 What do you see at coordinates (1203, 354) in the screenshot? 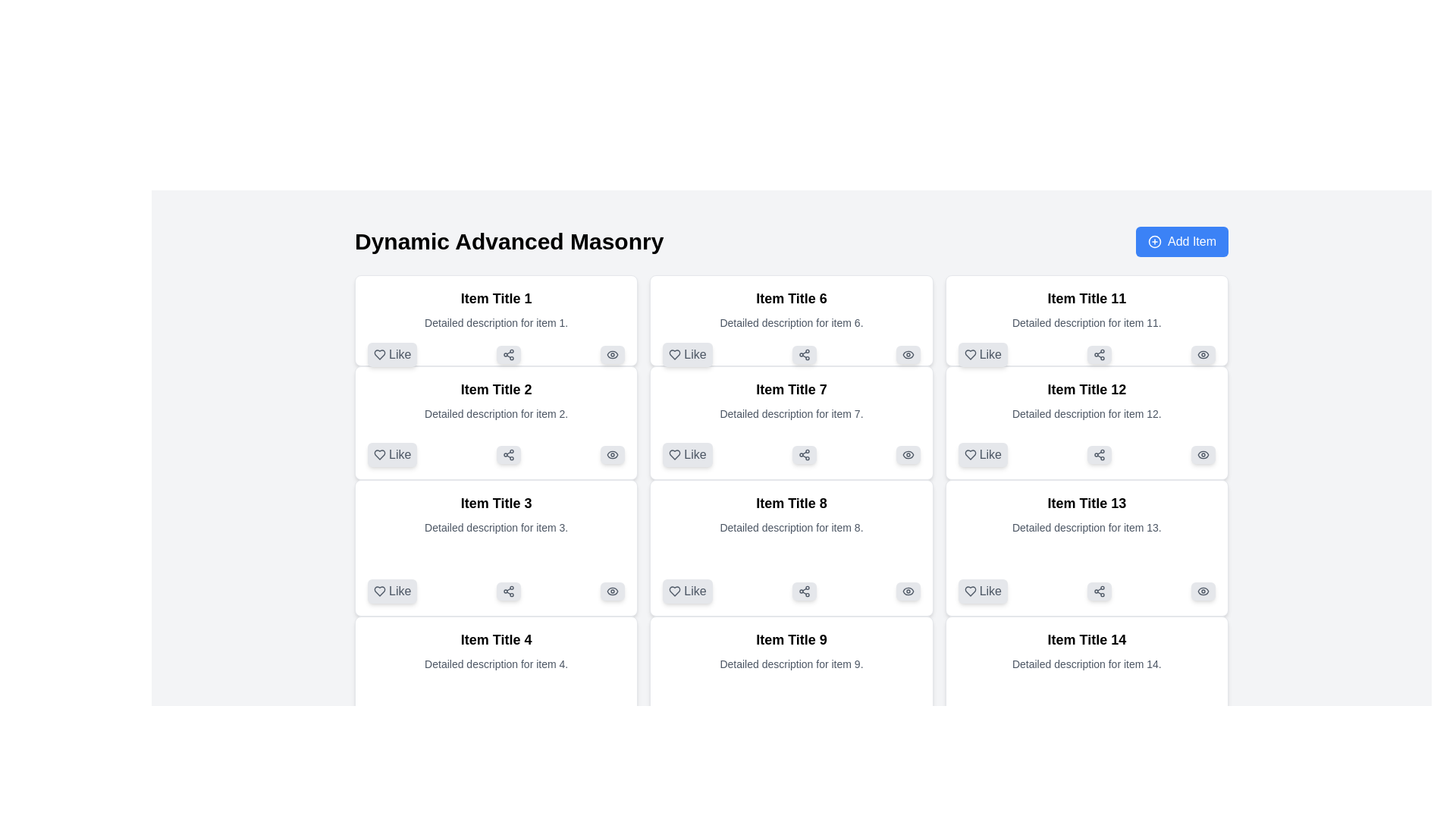
I see `the eye-shaped icon located at the top-right corner of the 'Item Title 11' box` at bounding box center [1203, 354].